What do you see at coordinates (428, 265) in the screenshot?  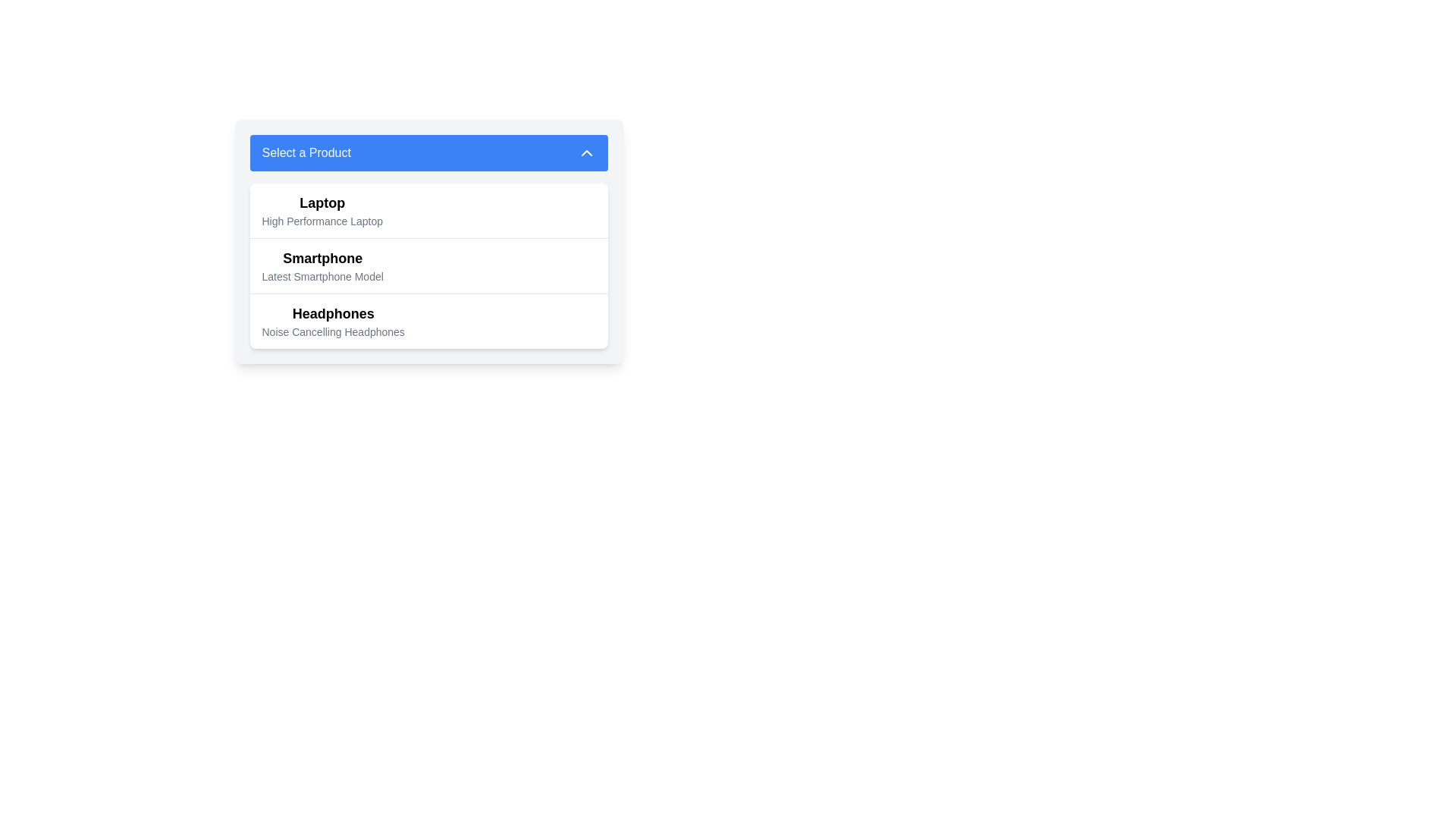 I see `the selectable list item titled 'Smartphone', which is the second item in a vertical list` at bounding box center [428, 265].